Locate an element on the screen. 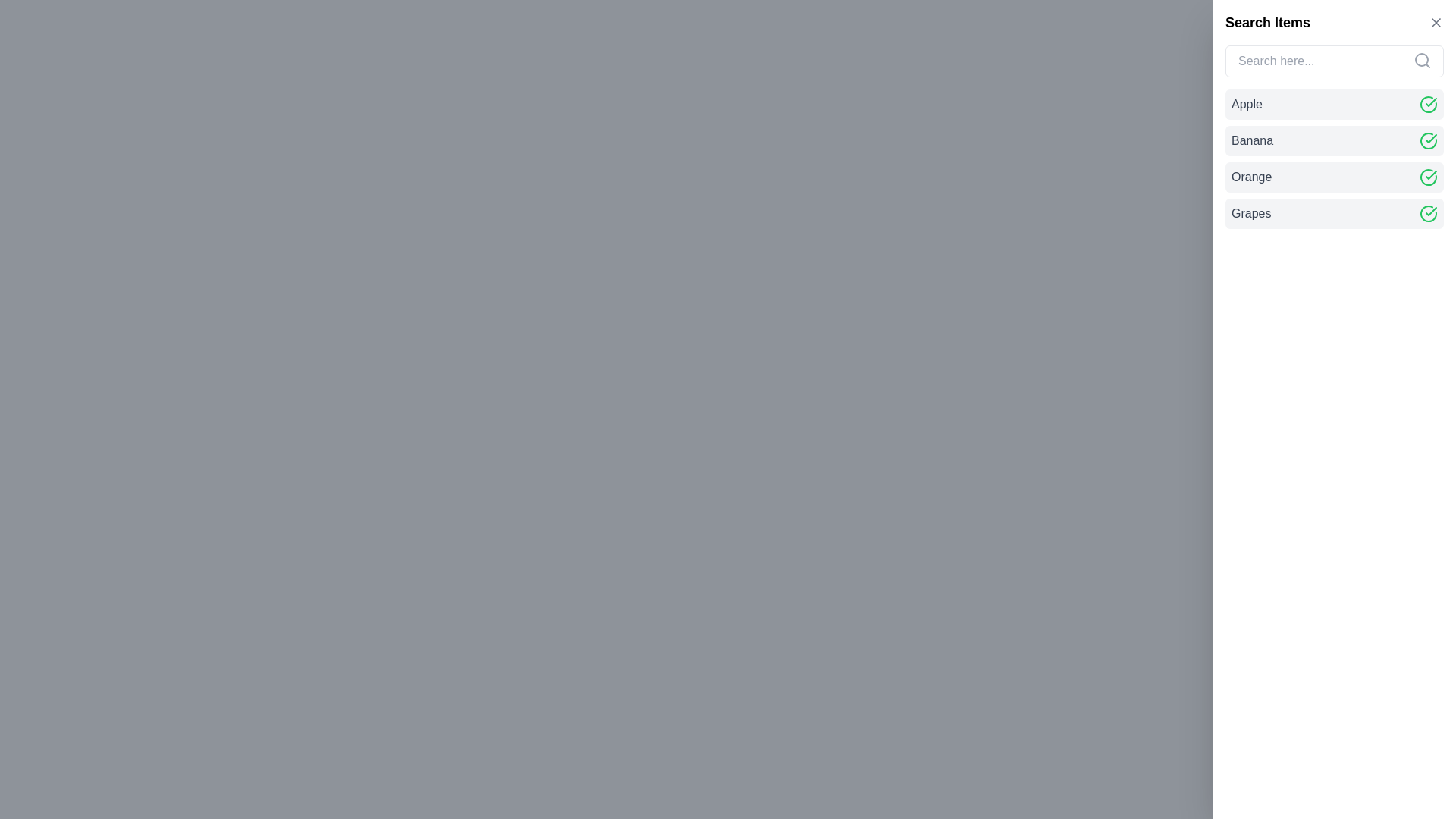 This screenshot has height=819, width=1456. the fourth item in the vertical selectable list located in the right sidebar is located at coordinates (1335, 213).